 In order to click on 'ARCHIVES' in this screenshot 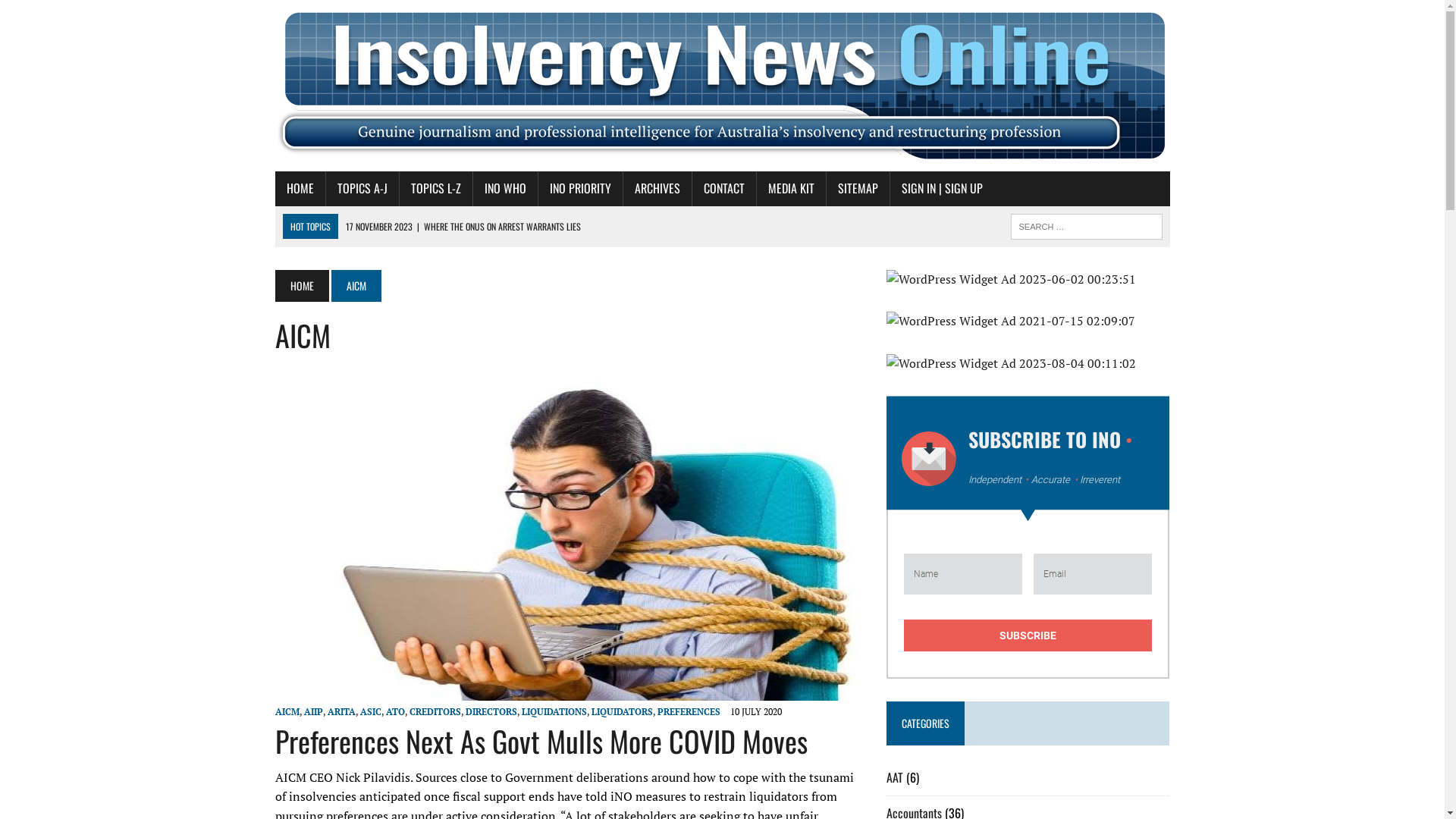, I will do `click(657, 188)`.